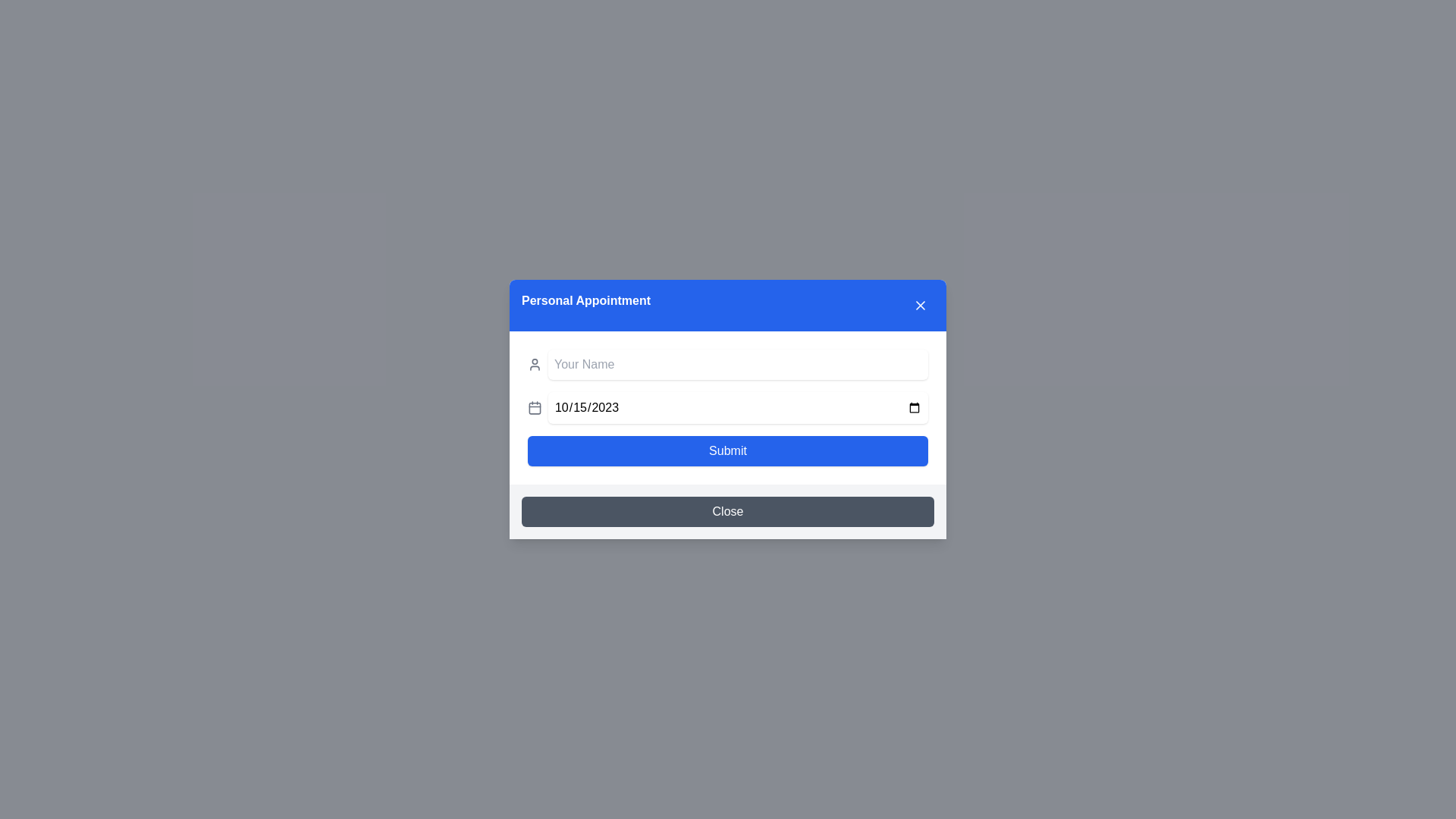  Describe the element at coordinates (535, 406) in the screenshot. I see `the decorative icon indicating the date input field, which is the first item in the horizontal group of form components` at that location.